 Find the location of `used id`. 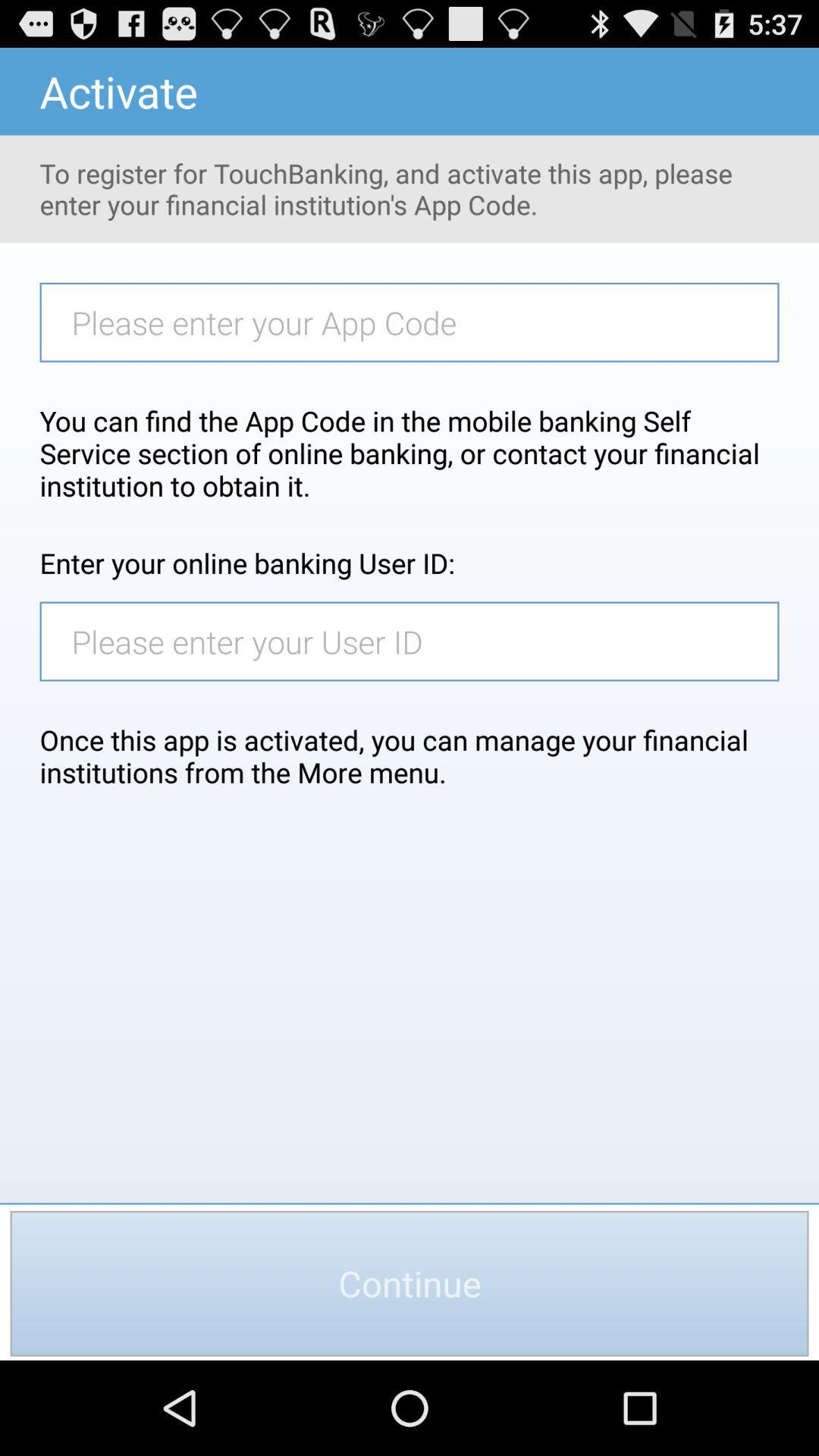

used id is located at coordinates (417, 641).